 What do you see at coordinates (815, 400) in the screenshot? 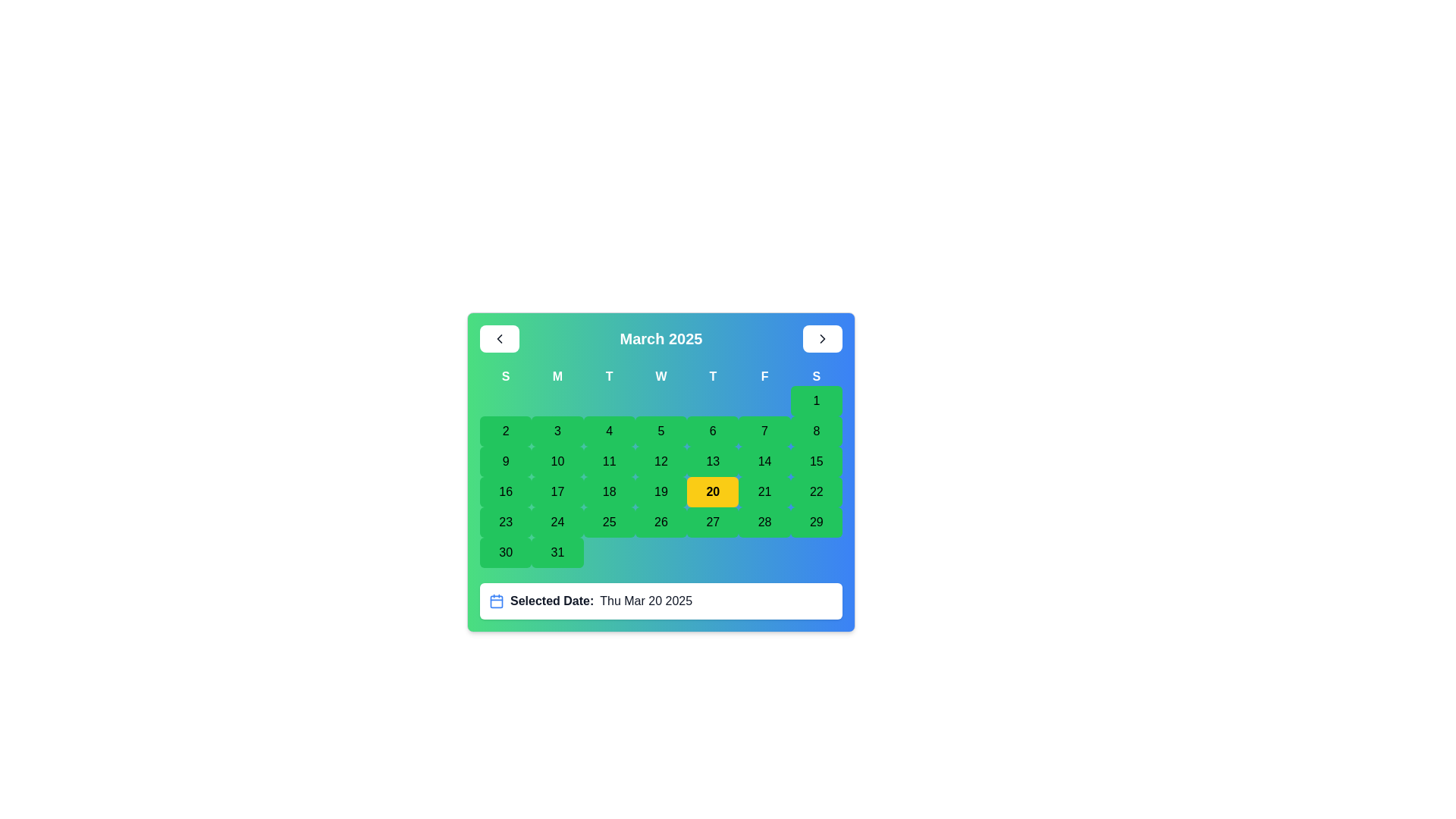
I see `the calendar button representing the date '1' located in the first row and seventh column under the 'S' header for Saturday` at bounding box center [815, 400].